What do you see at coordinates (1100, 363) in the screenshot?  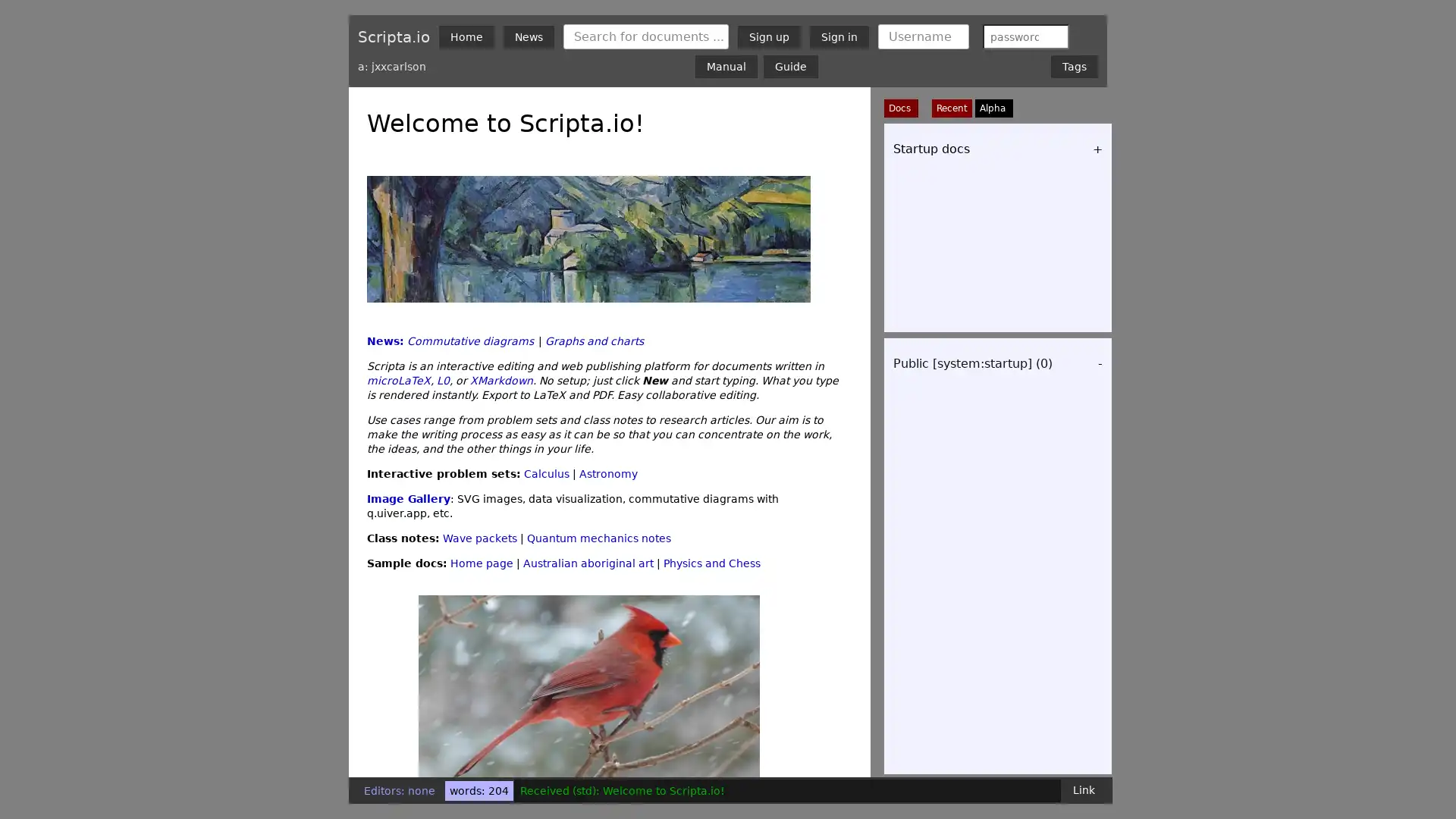 I see `-` at bounding box center [1100, 363].